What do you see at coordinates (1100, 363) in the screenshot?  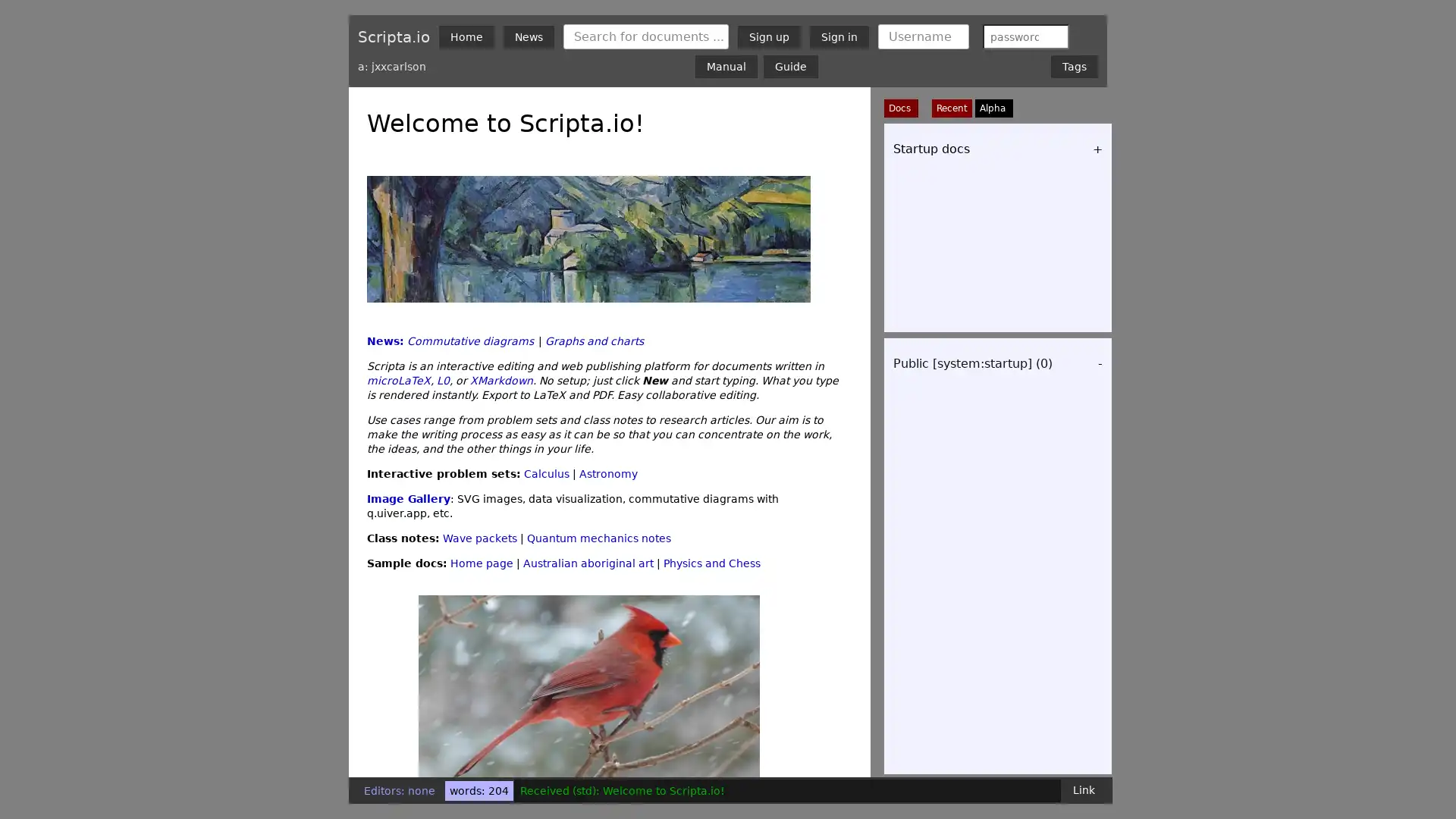 I see `-` at bounding box center [1100, 363].